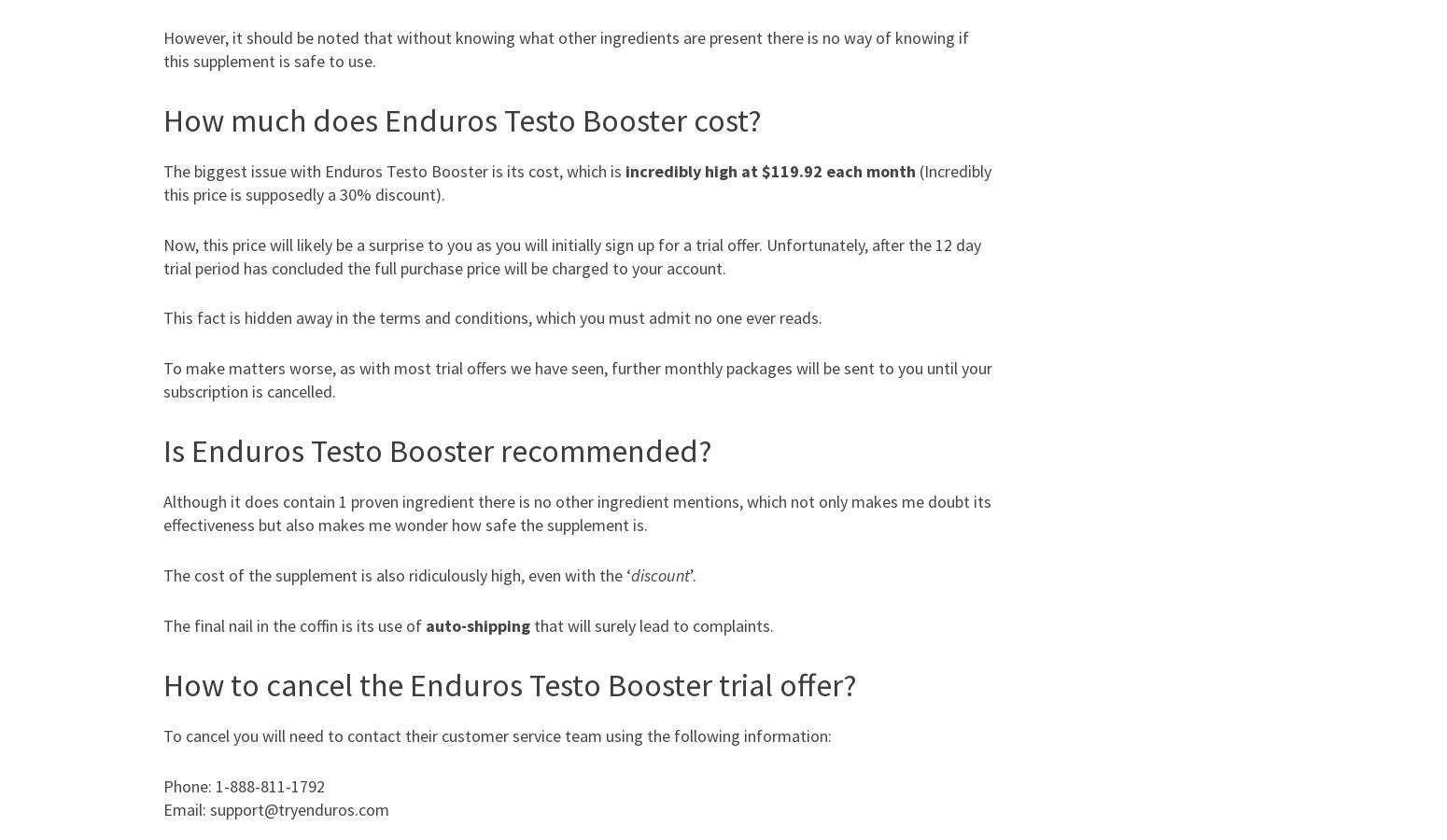 The width and height of the screenshot is (1447, 840). Describe the element at coordinates (1206, 94) in the screenshot. I see `'Stretching'` at that location.